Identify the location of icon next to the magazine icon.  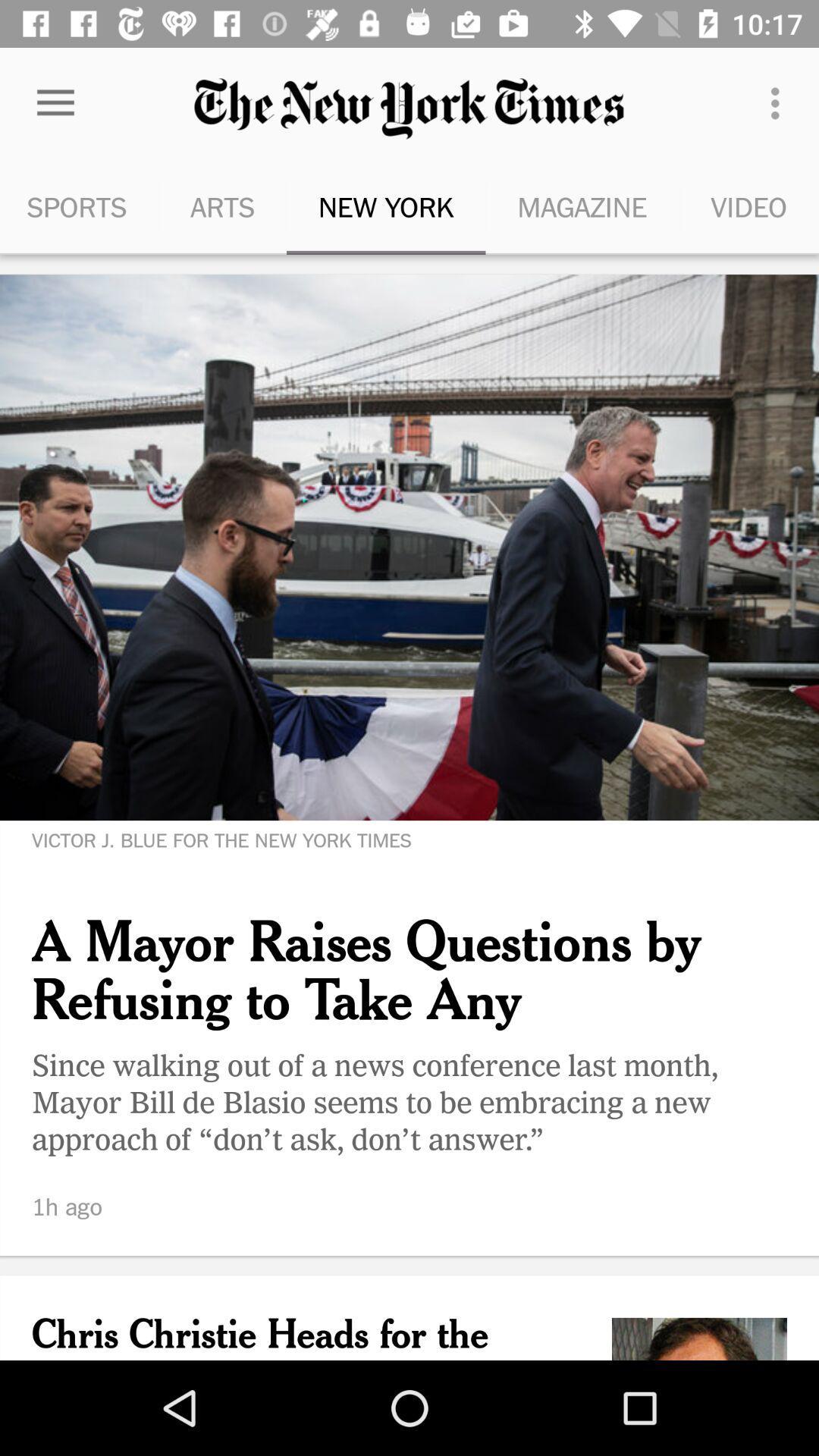
(748, 206).